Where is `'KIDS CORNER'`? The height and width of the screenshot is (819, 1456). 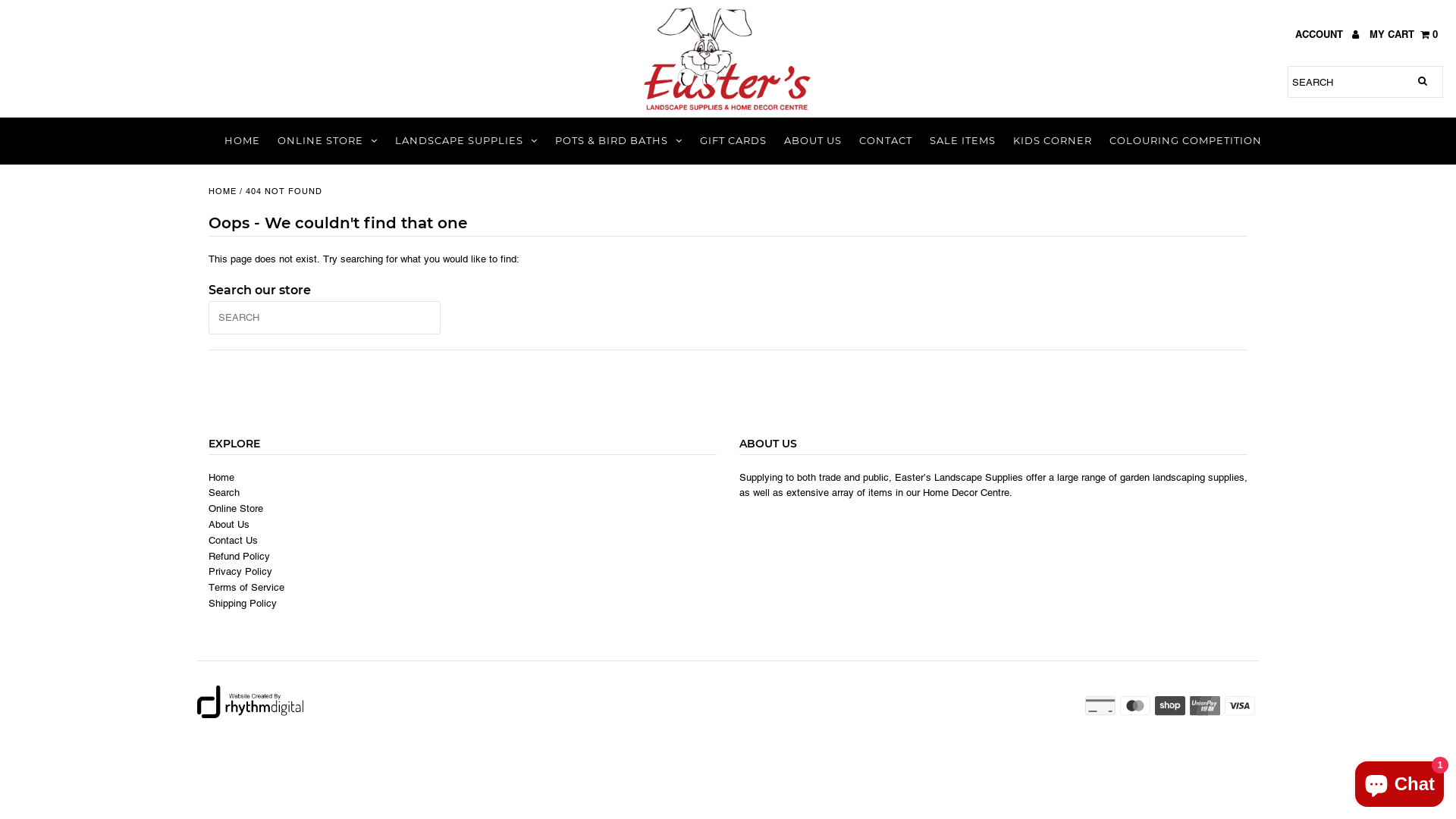
'KIDS CORNER' is located at coordinates (1005, 140).